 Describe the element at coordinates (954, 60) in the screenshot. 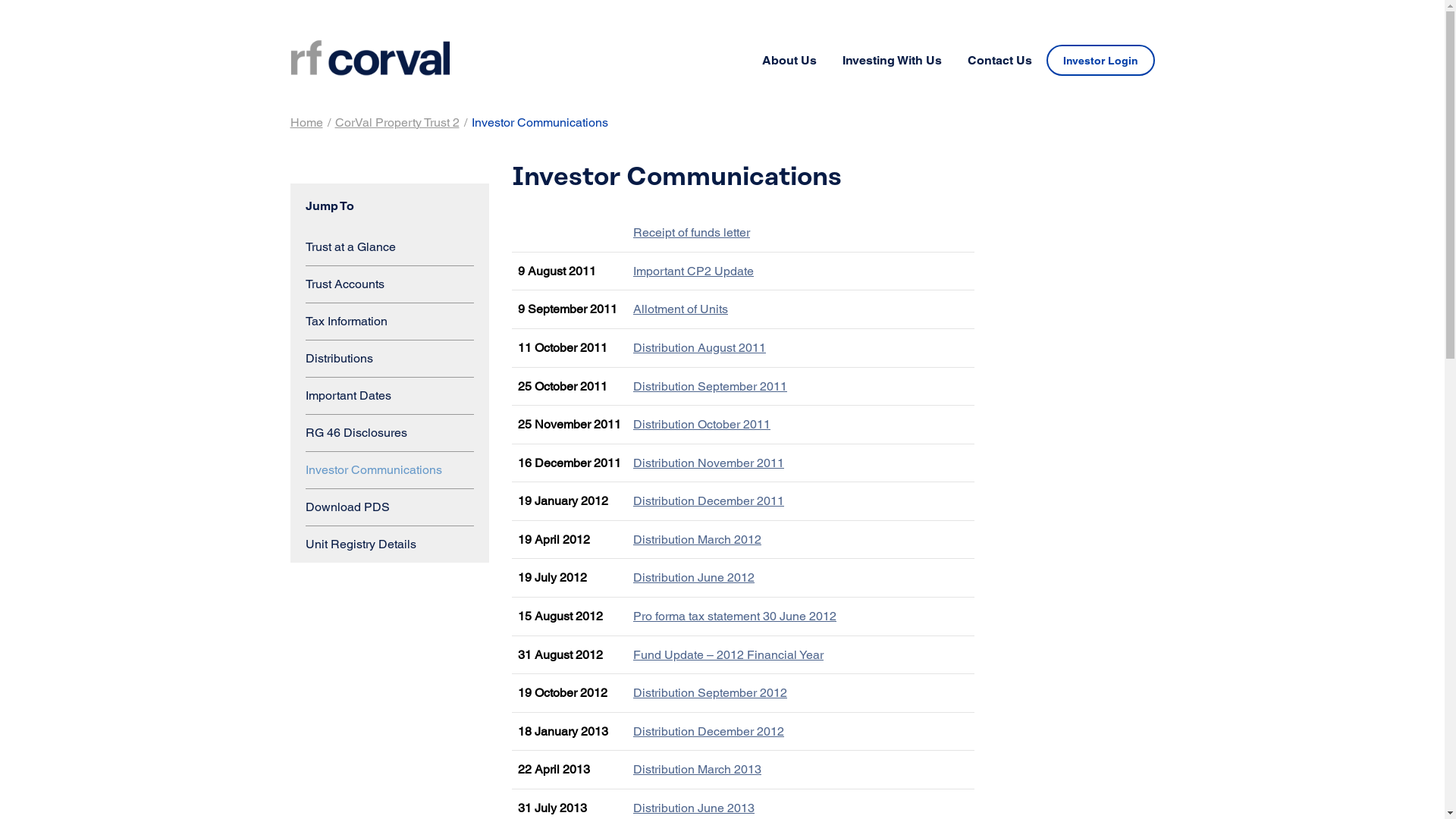

I see `'Contact Us'` at that location.